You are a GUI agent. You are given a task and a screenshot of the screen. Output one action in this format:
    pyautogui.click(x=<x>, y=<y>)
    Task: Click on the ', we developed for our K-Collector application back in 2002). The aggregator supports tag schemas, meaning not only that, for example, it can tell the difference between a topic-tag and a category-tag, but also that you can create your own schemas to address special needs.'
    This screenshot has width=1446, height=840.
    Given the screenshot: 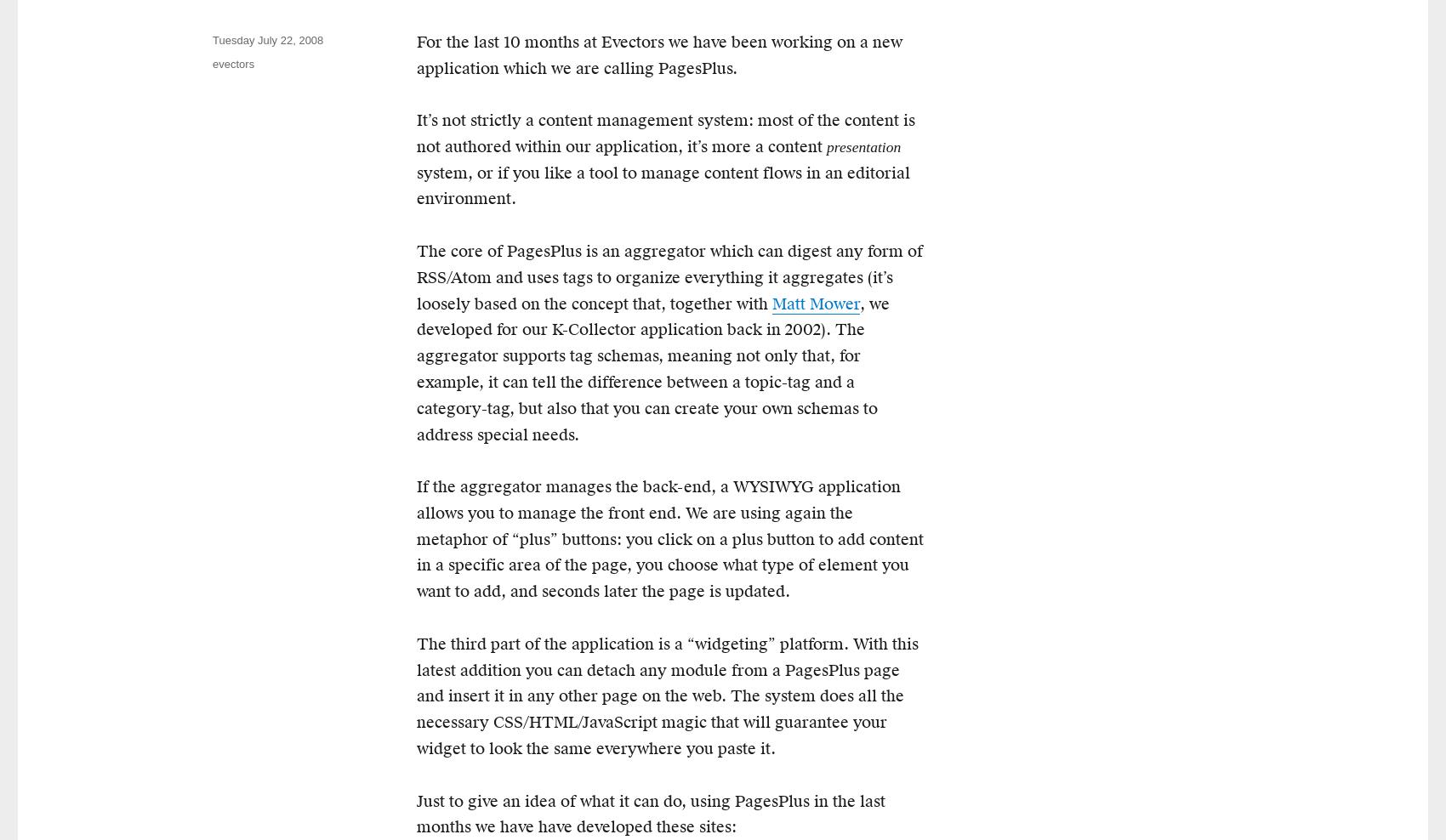 What is the action you would take?
    pyautogui.click(x=652, y=368)
    